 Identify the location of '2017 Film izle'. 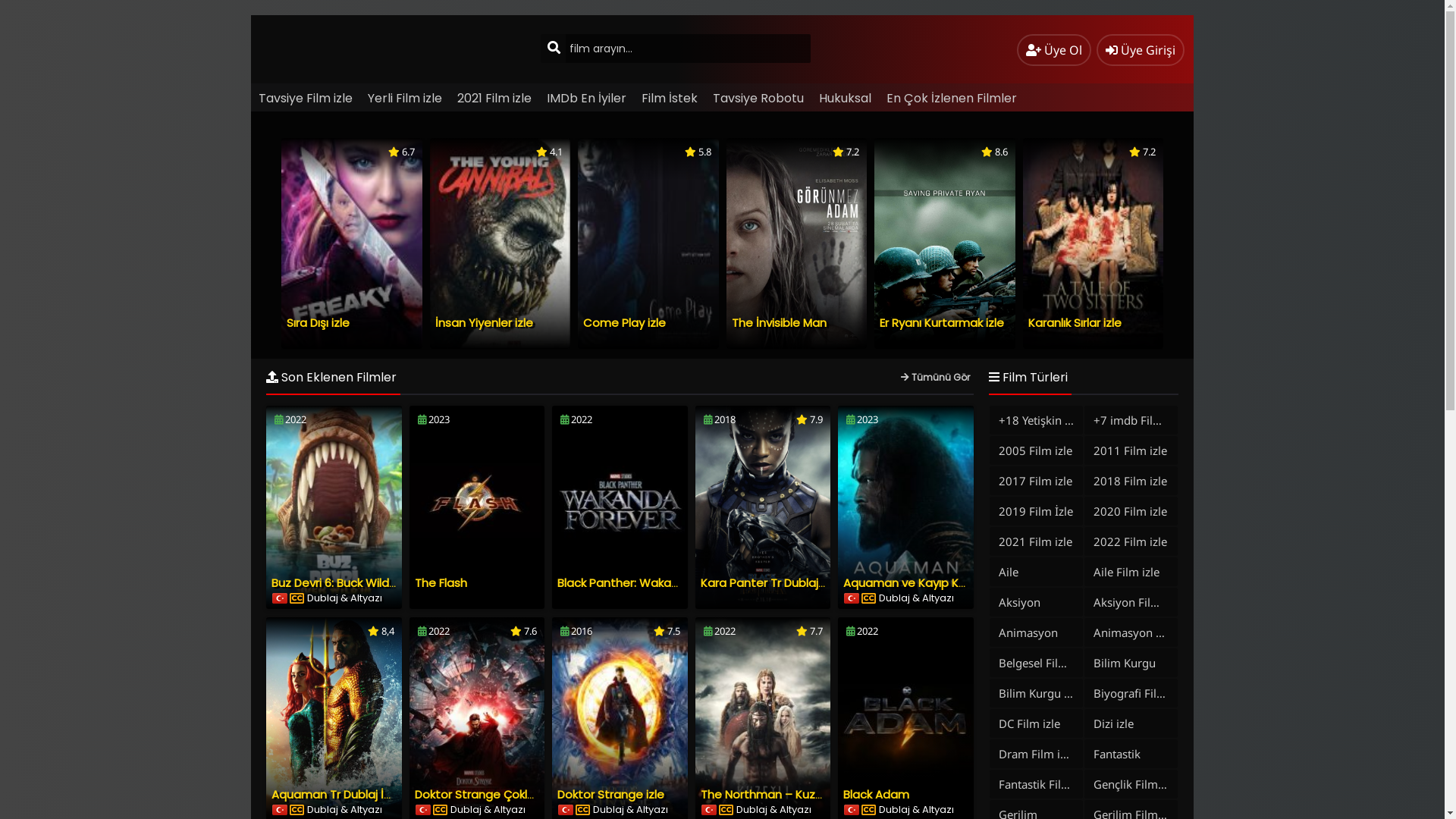
(1035, 480).